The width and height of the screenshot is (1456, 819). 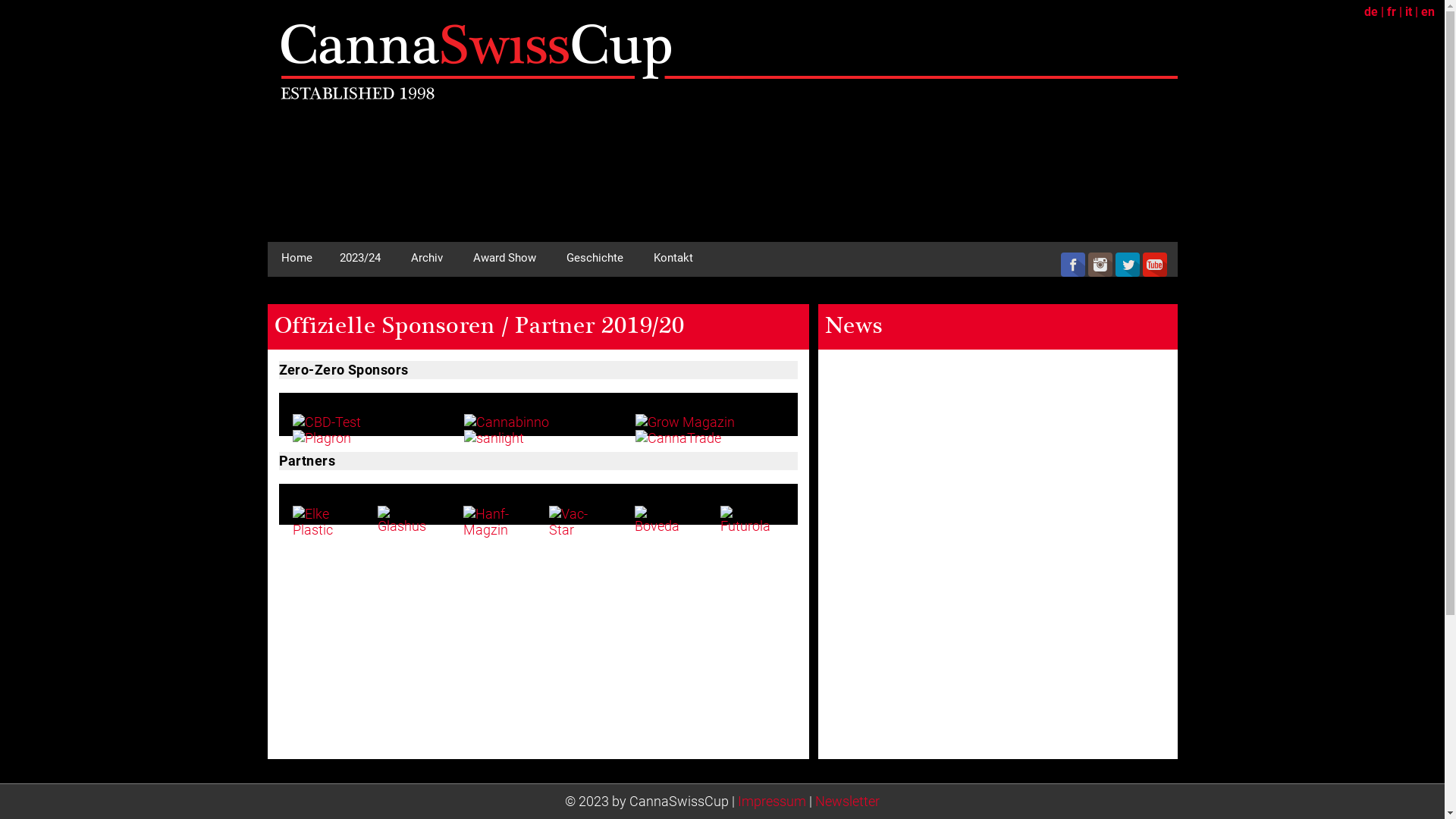 I want to click on 'it', so click(x=1407, y=11).